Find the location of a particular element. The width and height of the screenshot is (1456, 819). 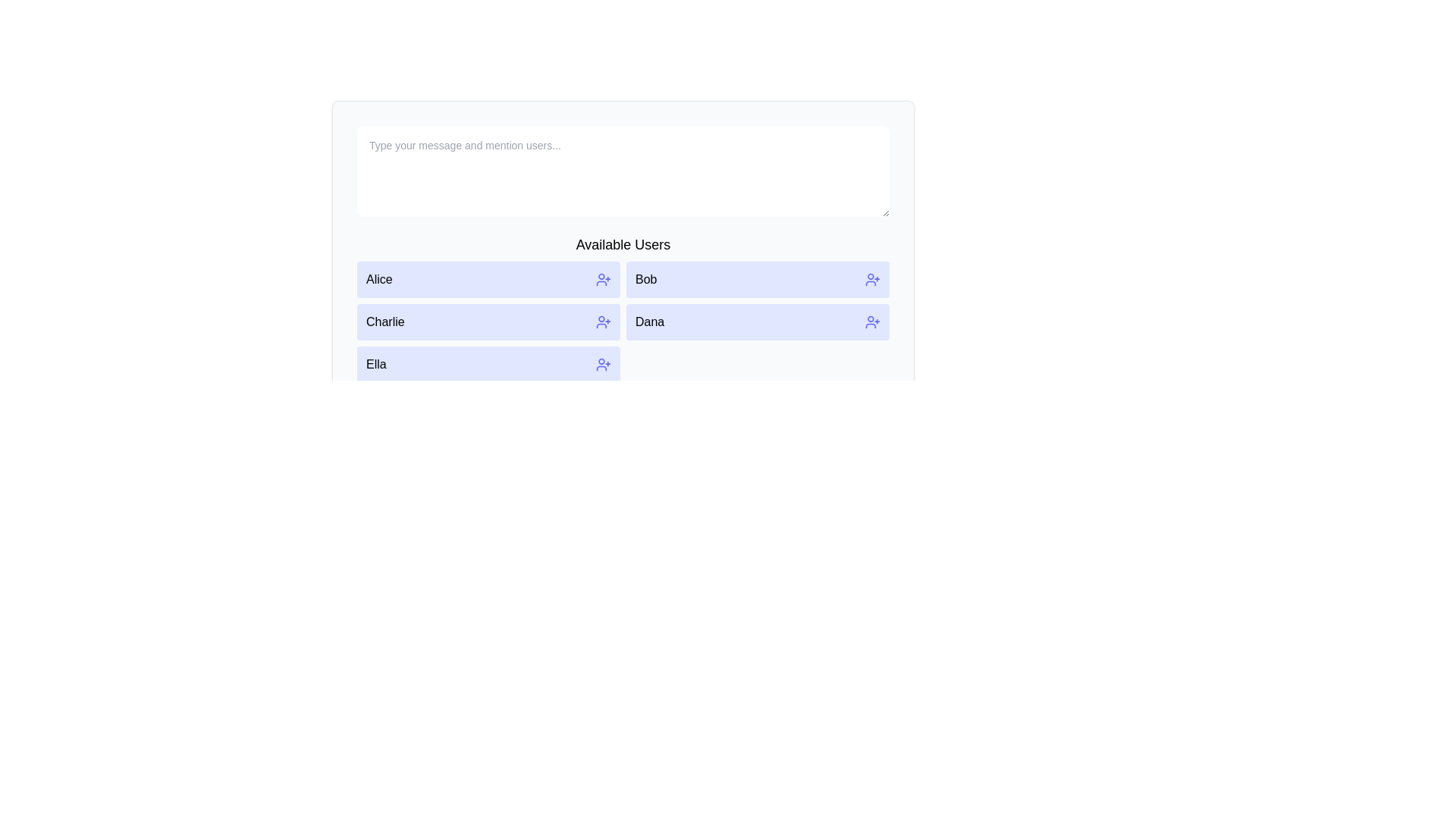

text label 'Available Users' which is a bold section header located at the top of the user cards section, centered horizontally in the interface is located at coordinates (623, 244).